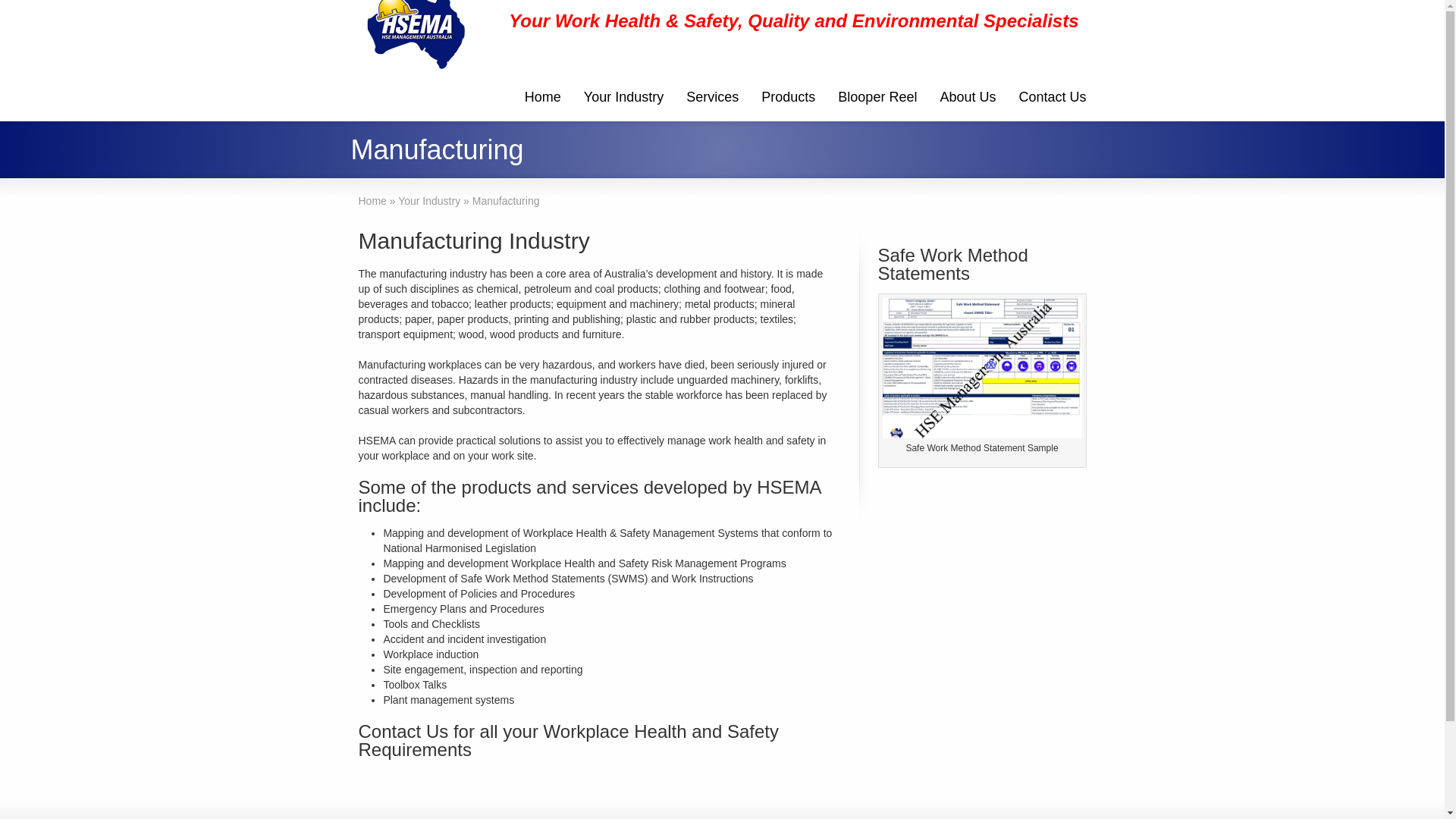 This screenshot has height=819, width=1456. Describe the element at coordinates (428, 200) in the screenshot. I see `'Your Industry'` at that location.